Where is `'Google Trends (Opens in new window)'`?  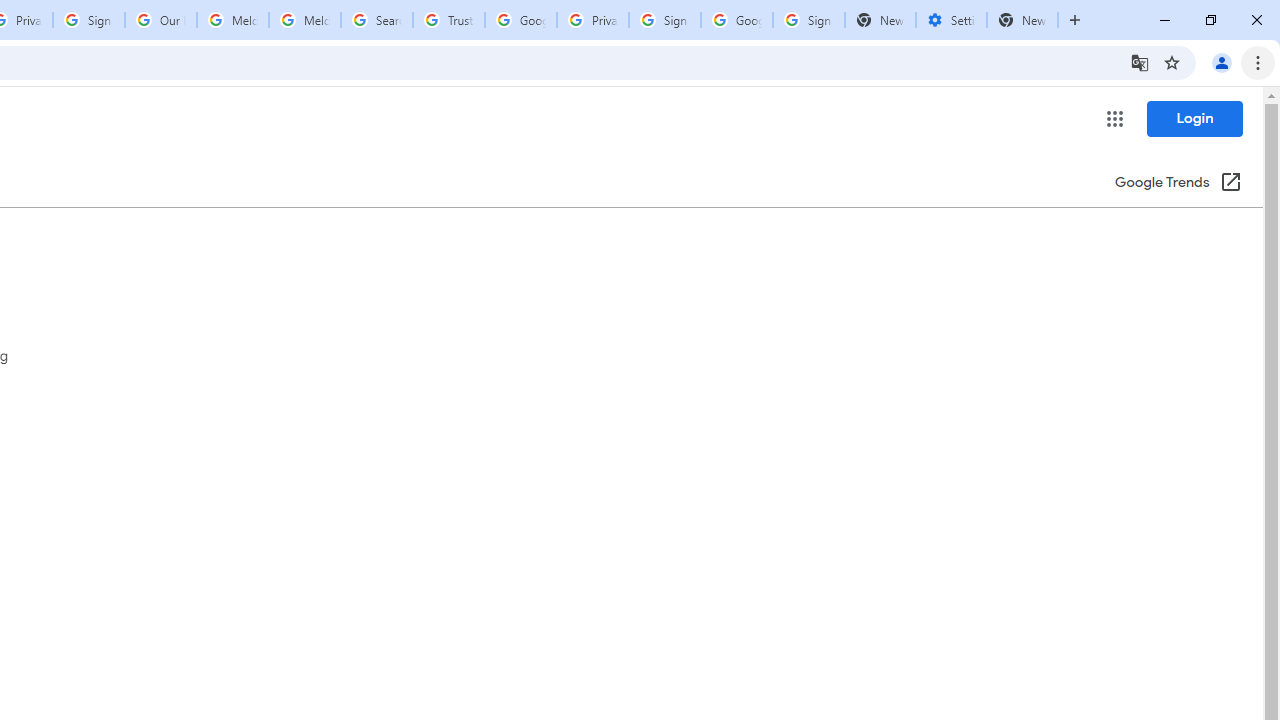 'Google Trends (Opens in new window)' is located at coordinates (1178, 183).